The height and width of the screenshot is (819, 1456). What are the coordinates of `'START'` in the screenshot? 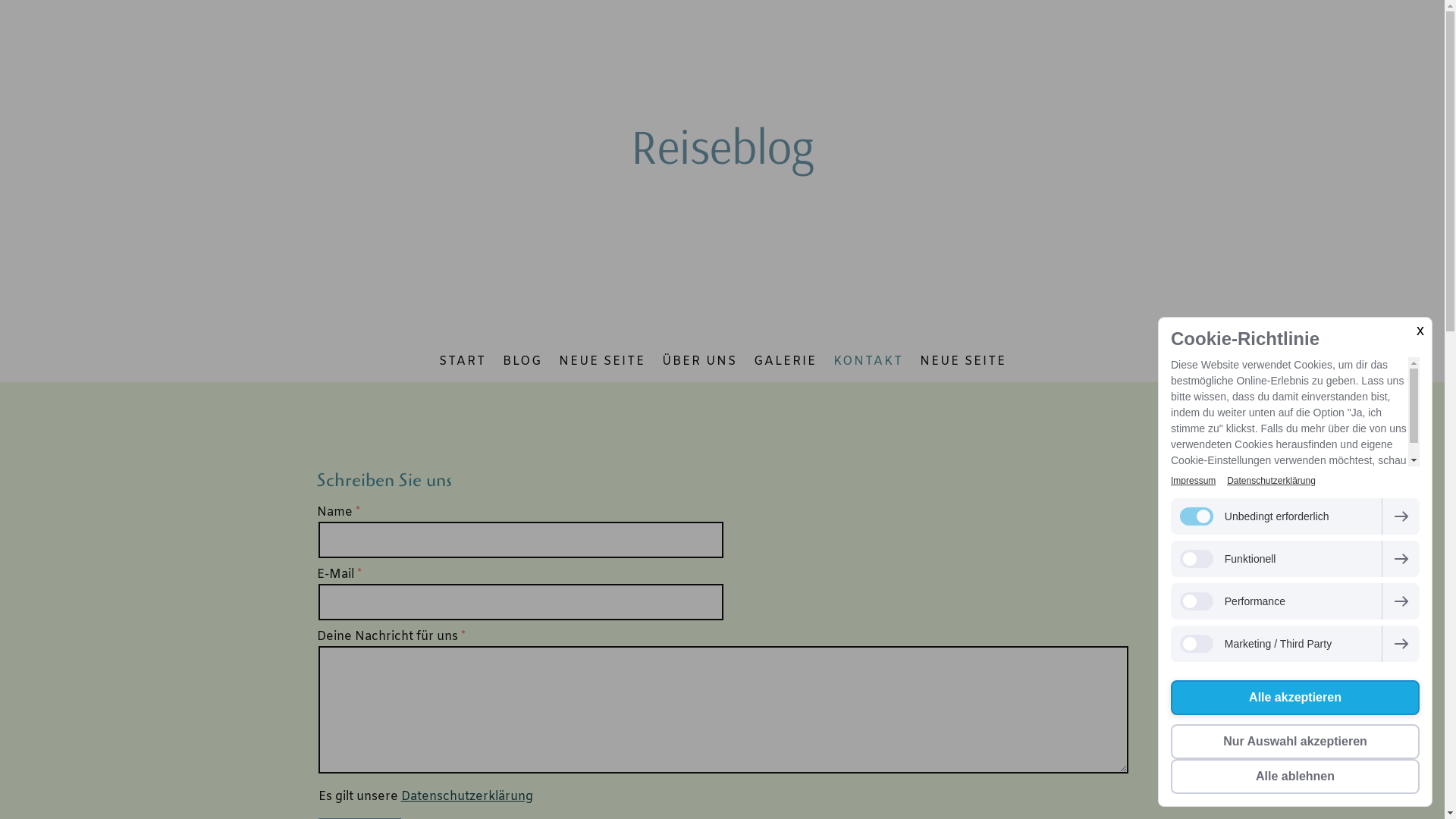 It's located at (461, 362).